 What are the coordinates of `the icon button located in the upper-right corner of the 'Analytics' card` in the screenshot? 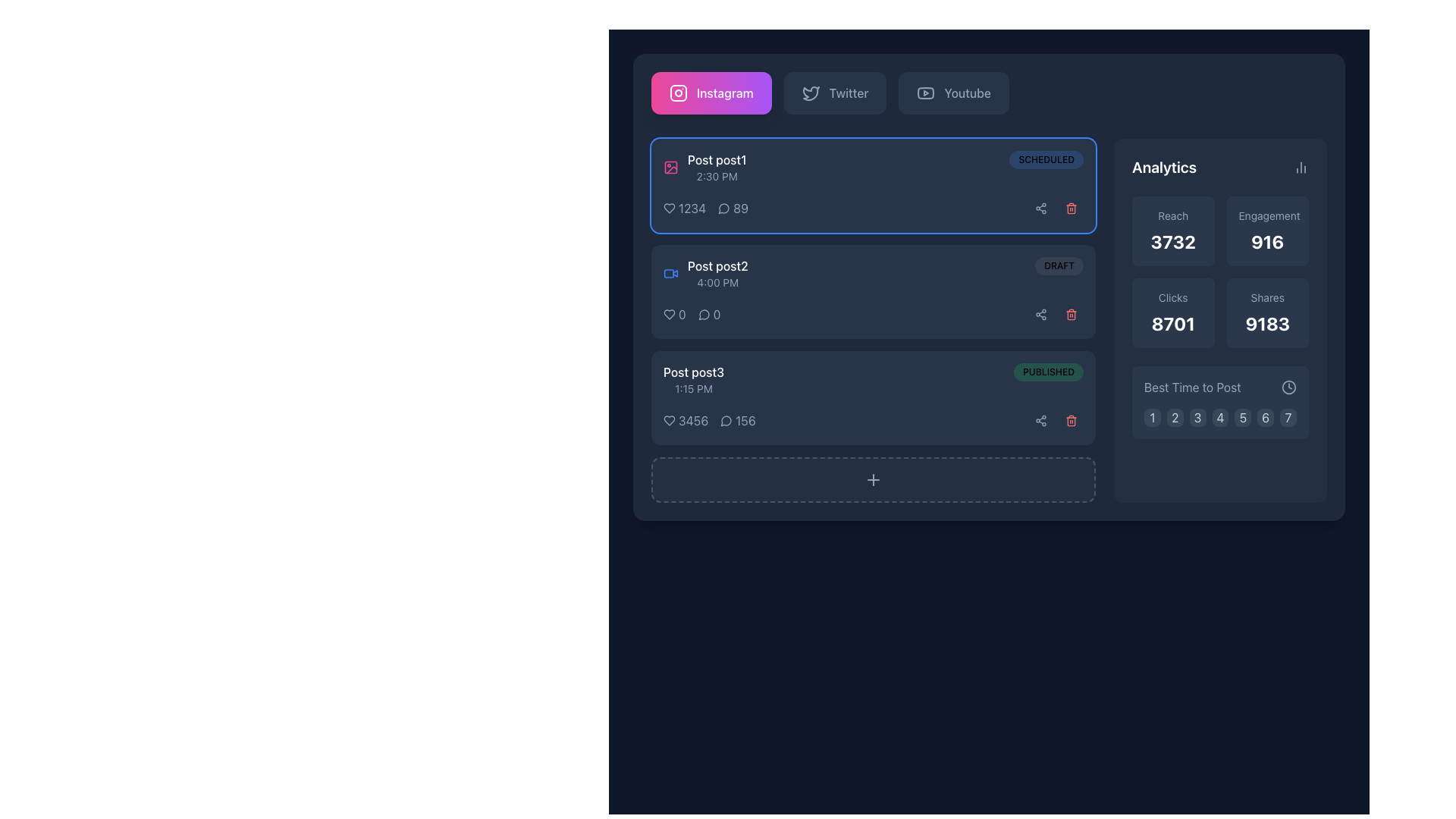 It's located at (1301, 167).